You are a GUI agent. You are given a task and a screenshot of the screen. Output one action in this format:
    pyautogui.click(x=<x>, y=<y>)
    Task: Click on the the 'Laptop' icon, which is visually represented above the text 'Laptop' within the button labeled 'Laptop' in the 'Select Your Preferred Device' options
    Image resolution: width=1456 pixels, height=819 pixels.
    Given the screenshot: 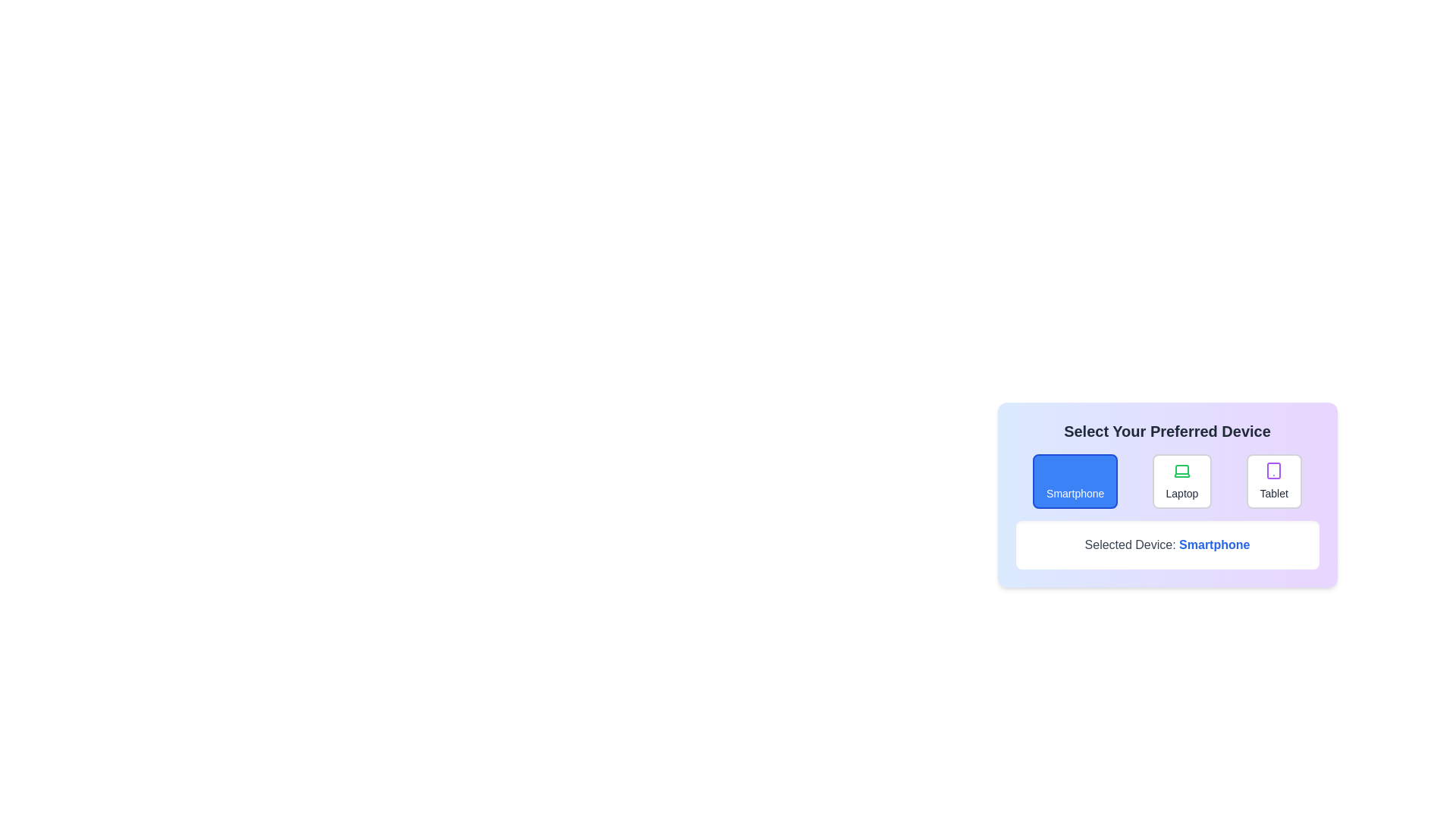 What is the action you would take?
    pyautogui.click(x=1181, y=470)
    